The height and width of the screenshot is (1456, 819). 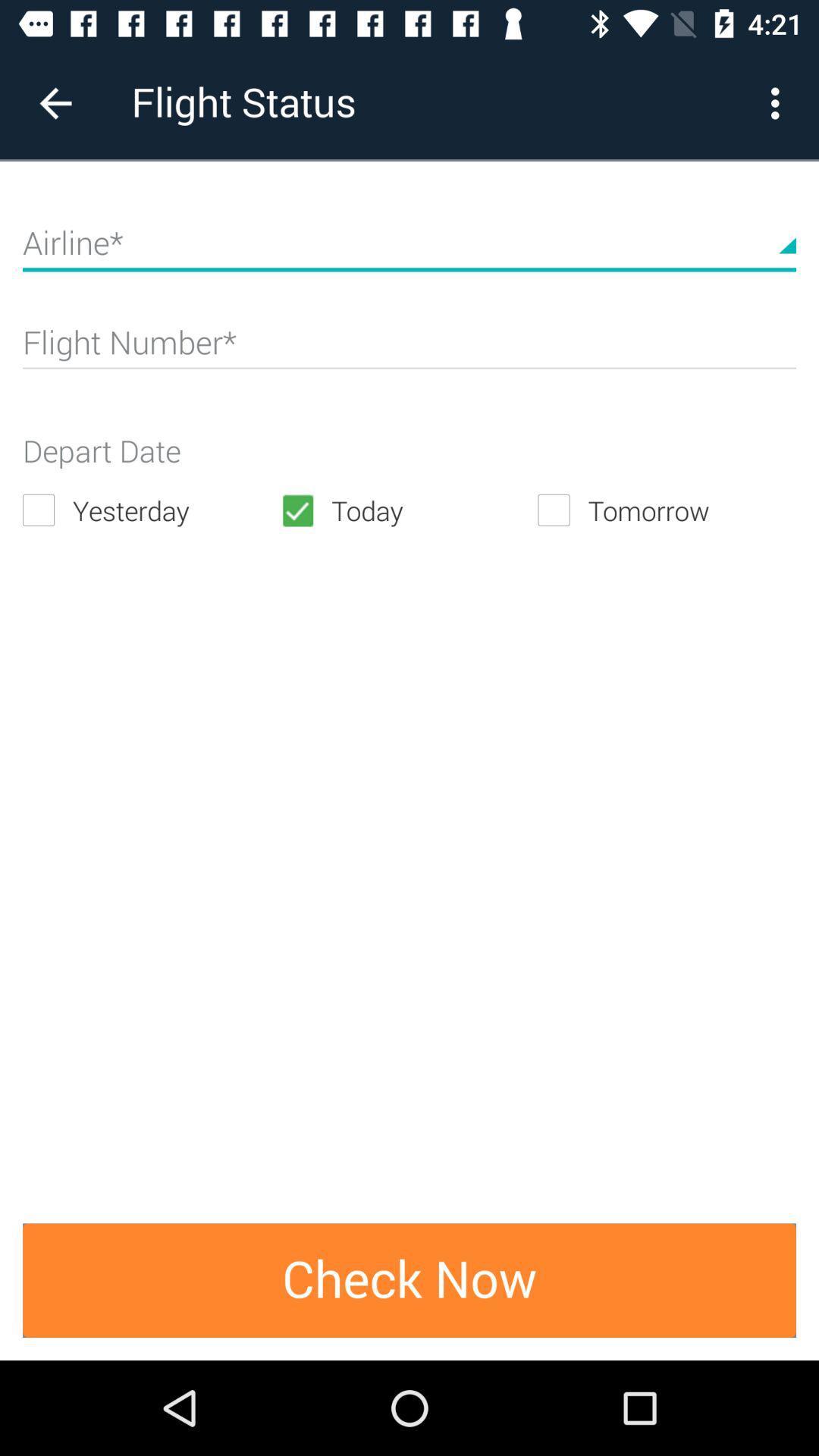 I want to click on the item to the left of the tomorrow icon, so click(x=408, y=510).